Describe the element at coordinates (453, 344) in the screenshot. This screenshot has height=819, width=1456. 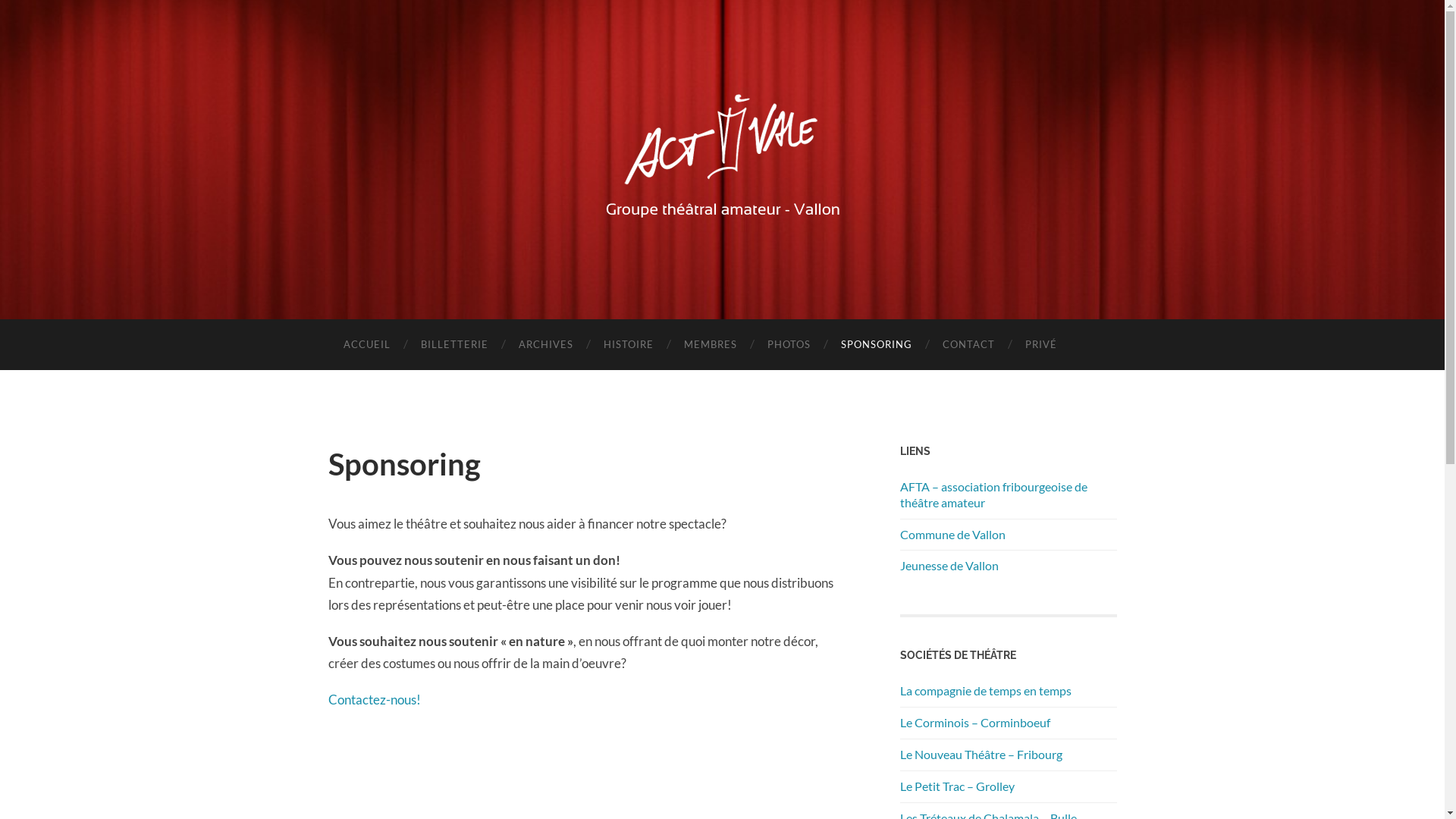
I see `'BILLETTERIE'` at that location.